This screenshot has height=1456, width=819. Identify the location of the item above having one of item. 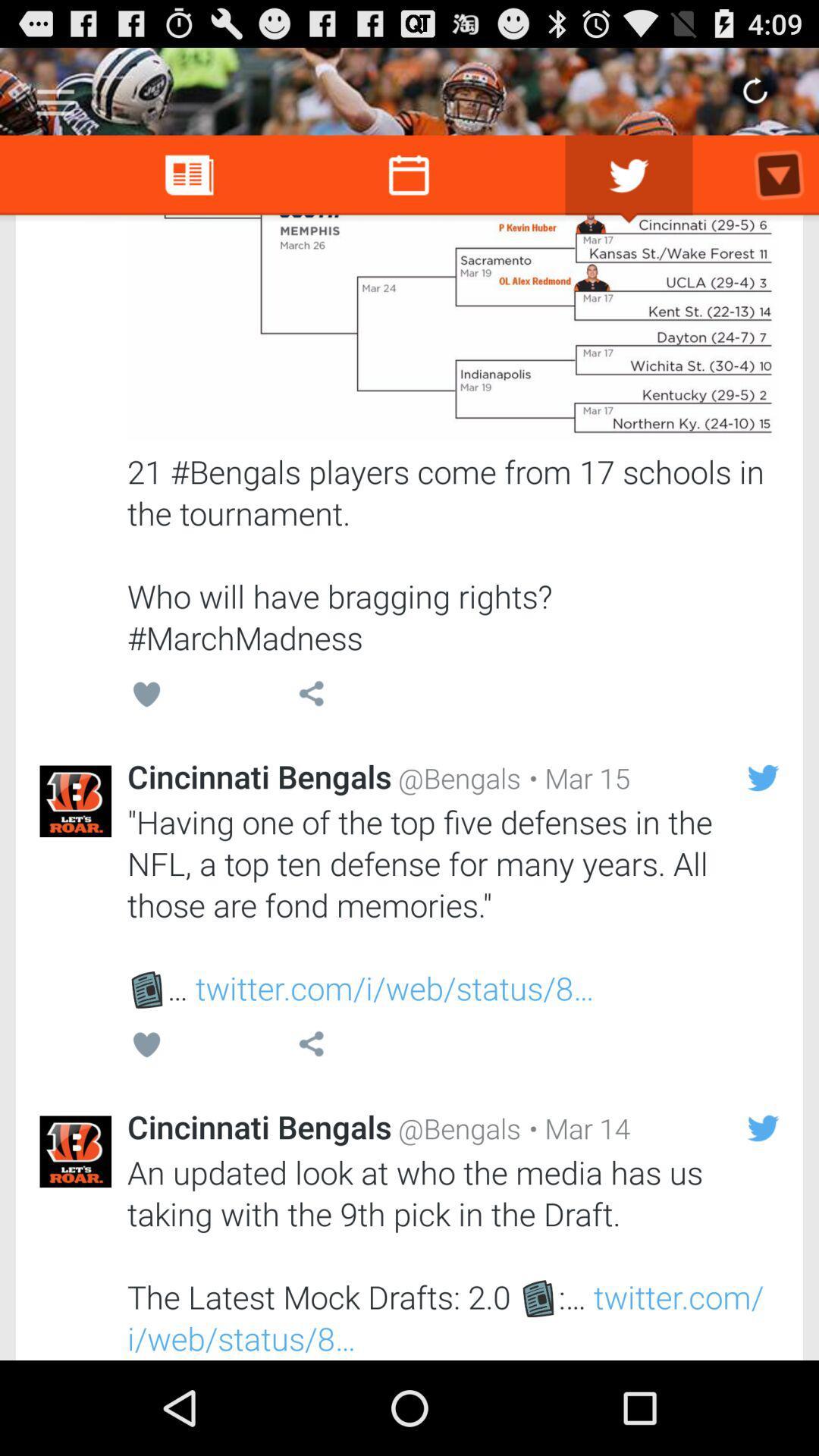
(576, 778).